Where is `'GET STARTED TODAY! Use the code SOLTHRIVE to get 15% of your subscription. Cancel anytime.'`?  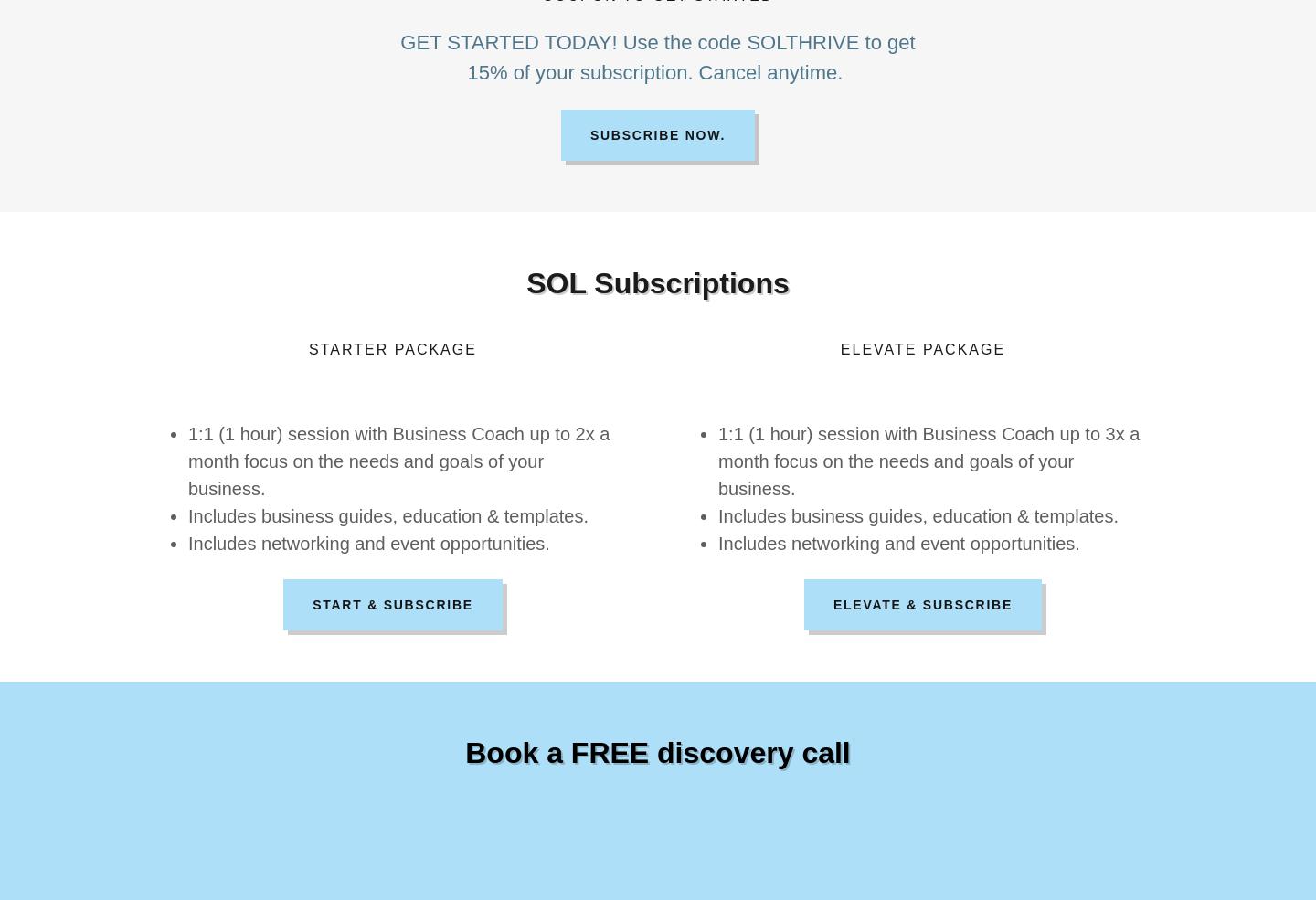 'GET STARTED TODAY! Use the code SOLTHRIVE to get 15% of your subscription. Cancel anytime.' is located at coordinates (657, 57).